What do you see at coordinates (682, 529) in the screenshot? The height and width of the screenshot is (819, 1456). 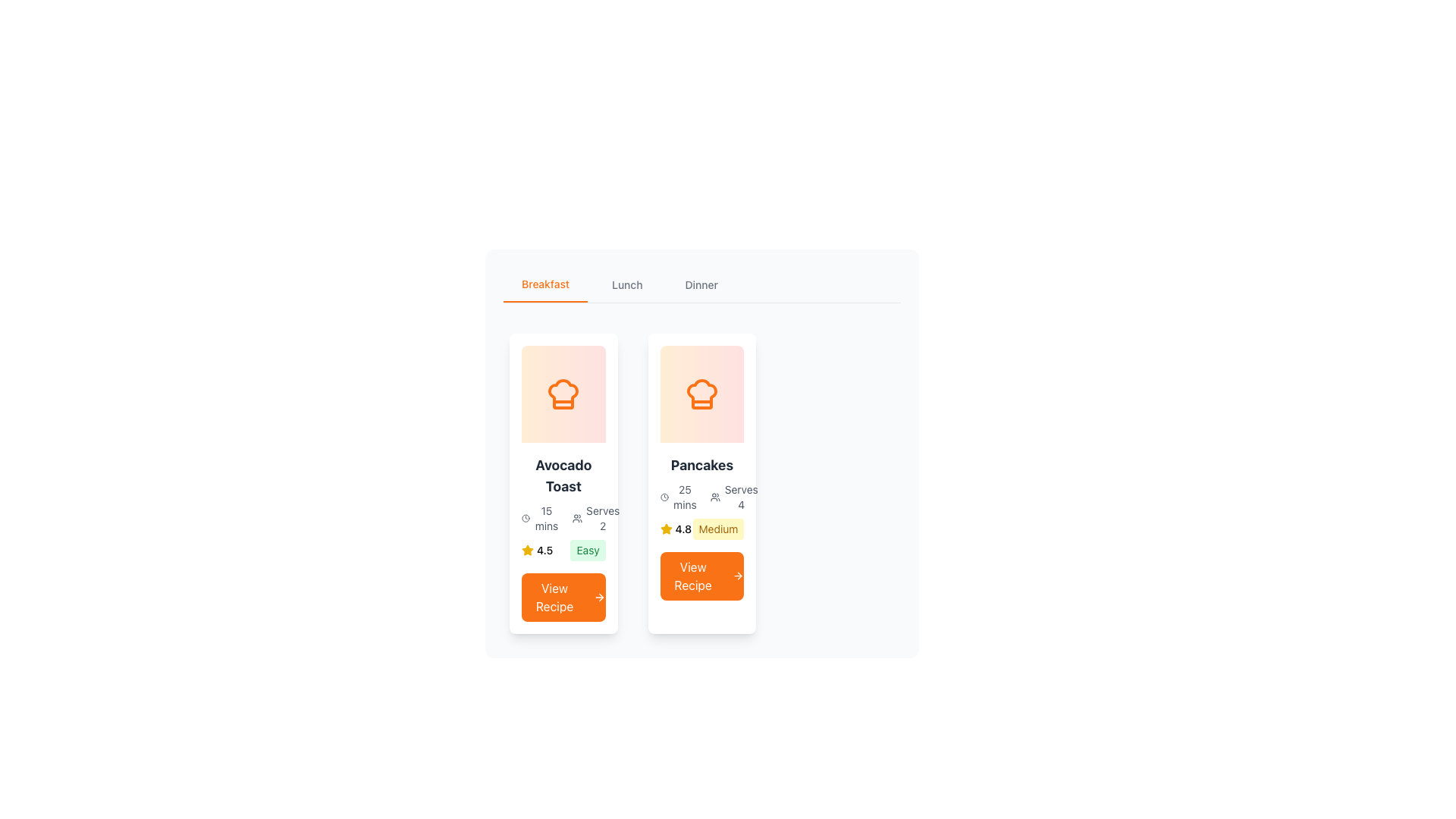 I see `numeric text label '4.8' which is styled with a small font size and medium font weight, located to the right of a yellow star icon in the rating display for the 'Pancakes' recipe card` at bounding box center [682, 529].